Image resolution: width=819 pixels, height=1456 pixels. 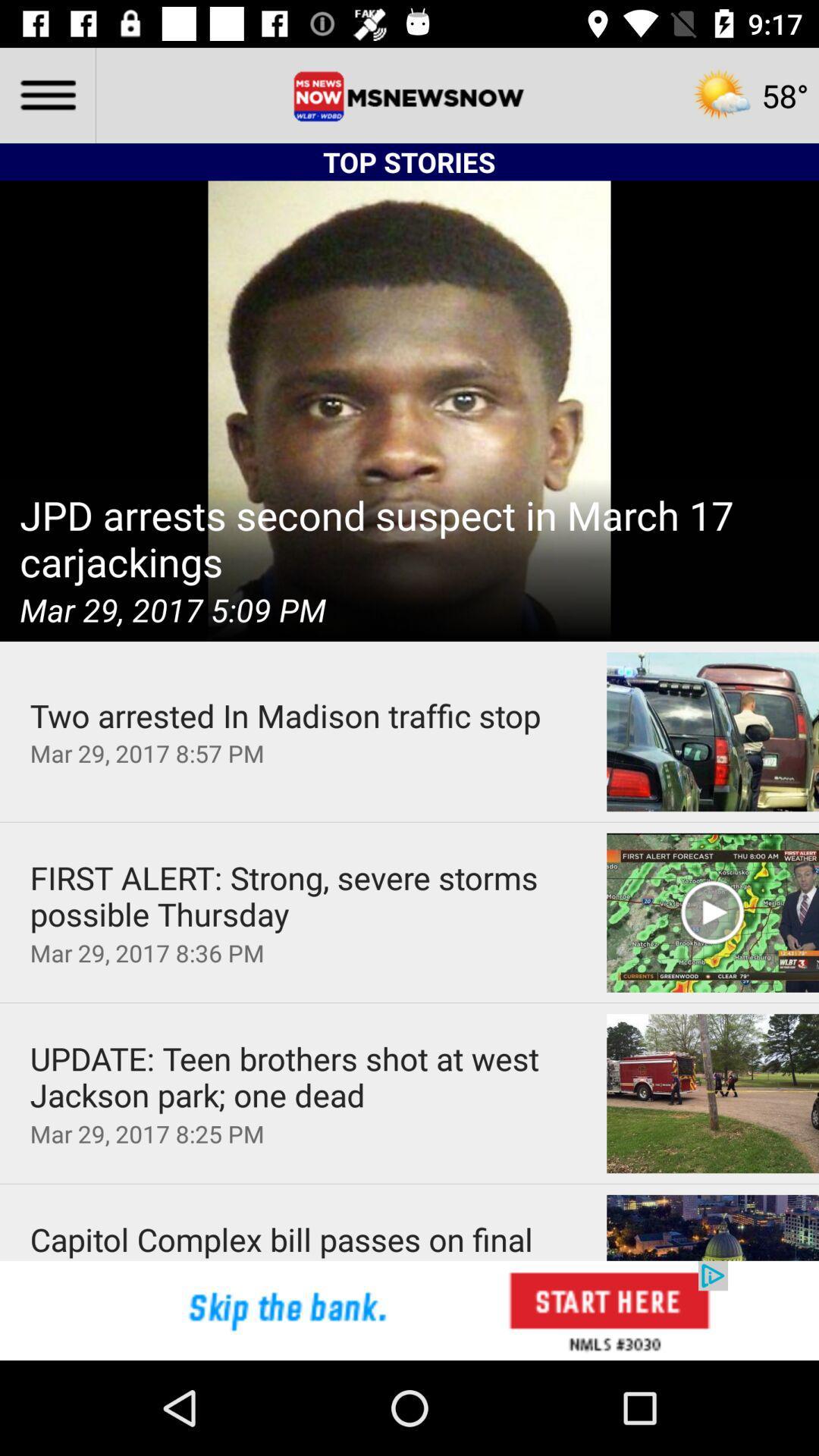 What do you see at coordinates (749, 94) in the screenshot?
I see `the weather image on the top right` at bounding box center [749, 94].